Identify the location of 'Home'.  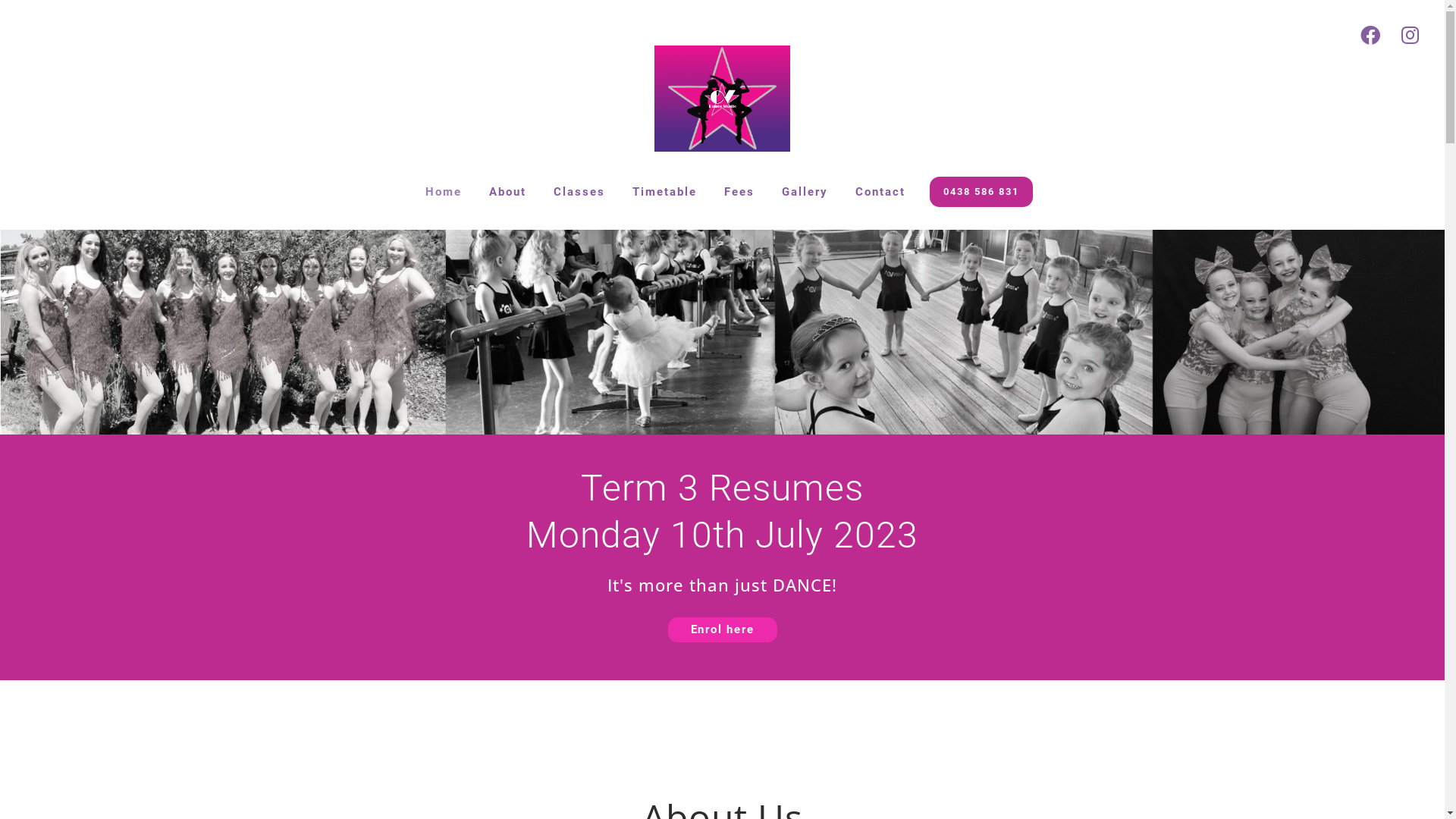
(443, 191).